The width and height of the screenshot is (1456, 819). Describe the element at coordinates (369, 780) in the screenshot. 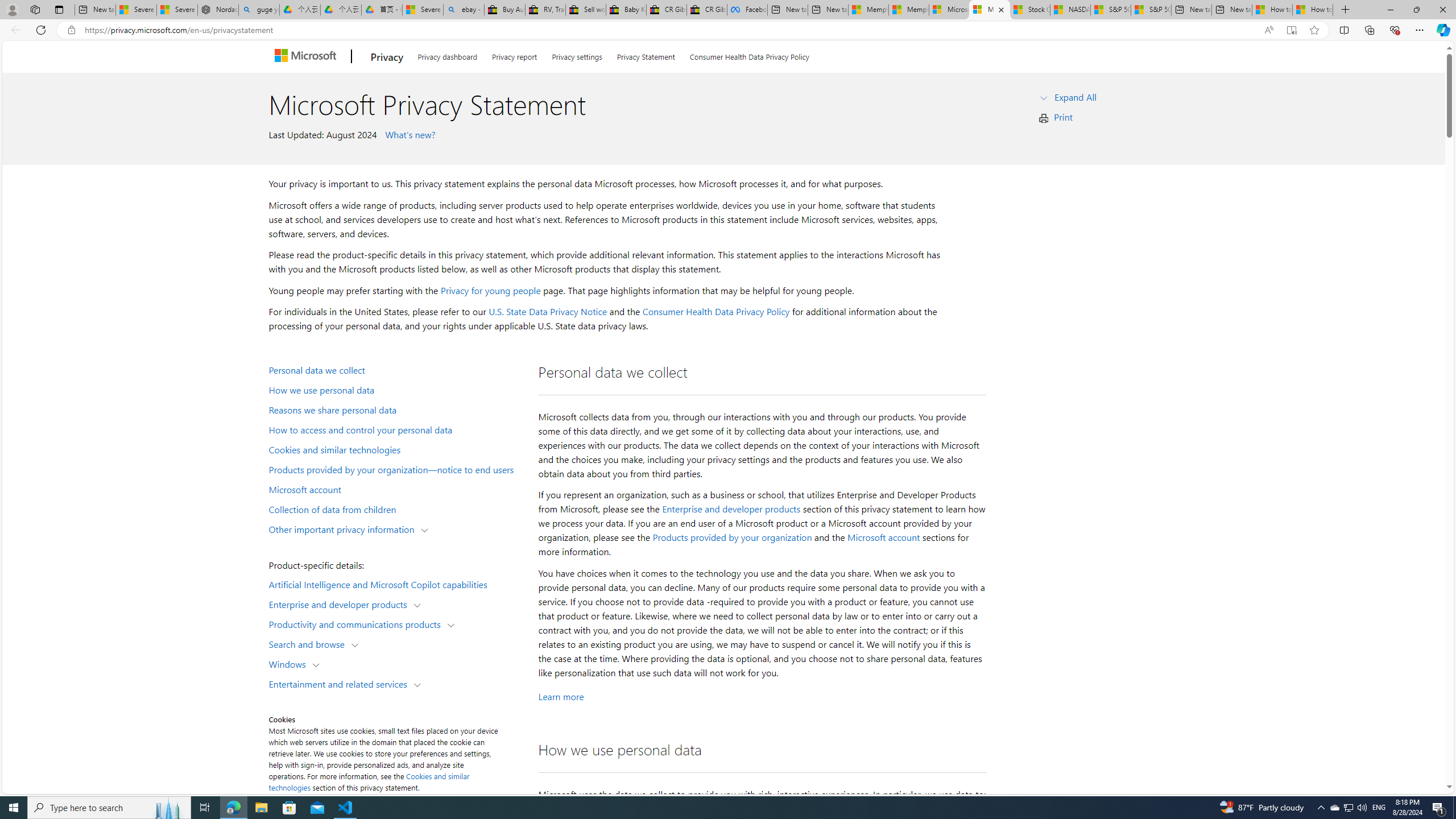

I see `'Cookies and similar technologies'` at that location.